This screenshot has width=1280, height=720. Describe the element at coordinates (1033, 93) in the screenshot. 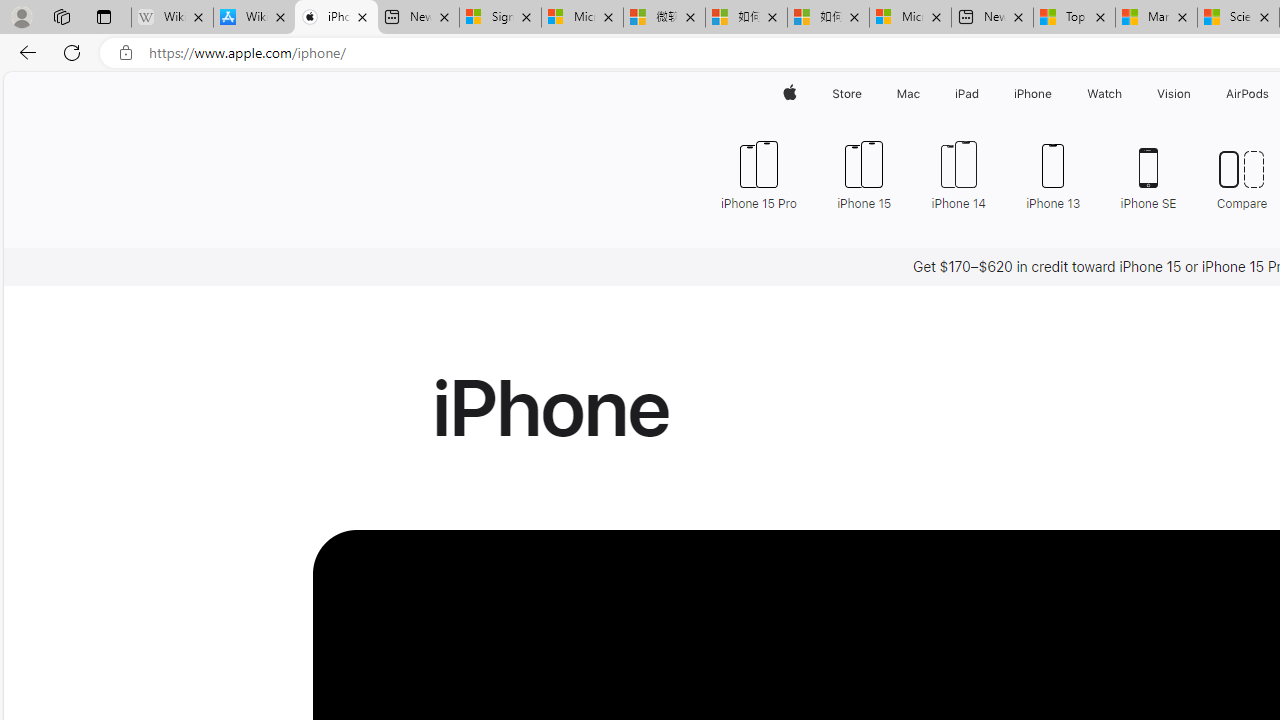

I see `'iPhone'` at that location.